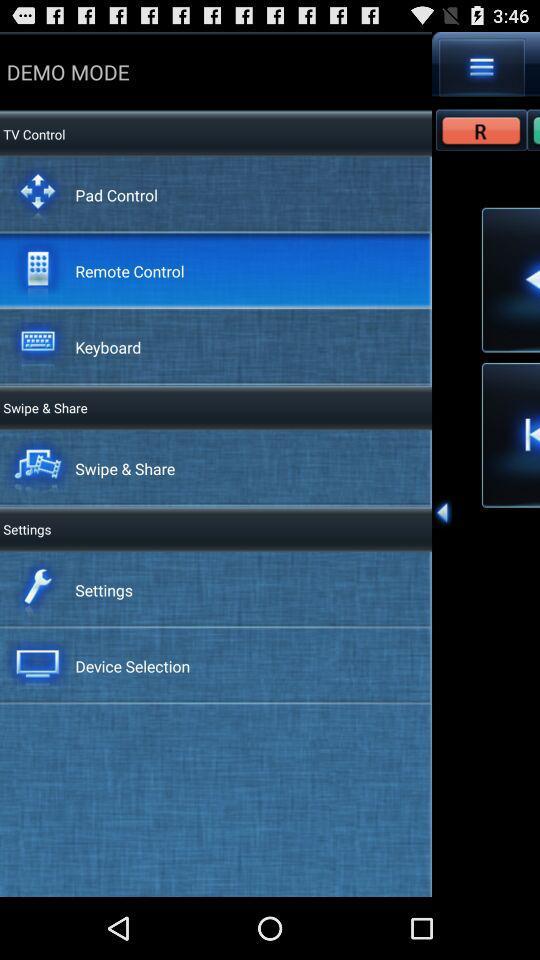  Describe the element at coordinates (108, 347) in the screenshot. I see `keyboard` at that location.